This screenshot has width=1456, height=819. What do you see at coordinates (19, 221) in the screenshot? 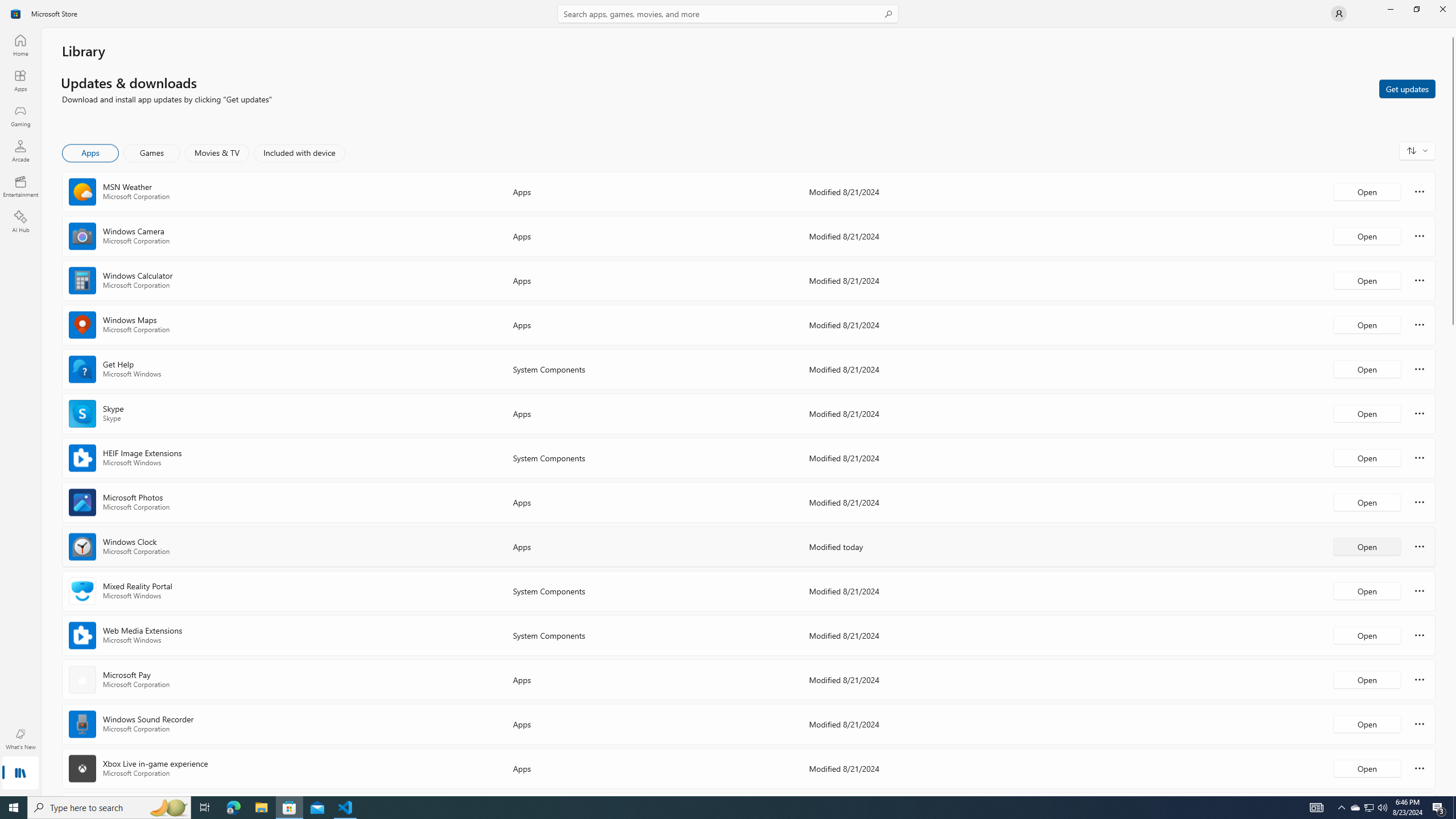
I see `'AI Hub'` at bounding box center [19, 221].